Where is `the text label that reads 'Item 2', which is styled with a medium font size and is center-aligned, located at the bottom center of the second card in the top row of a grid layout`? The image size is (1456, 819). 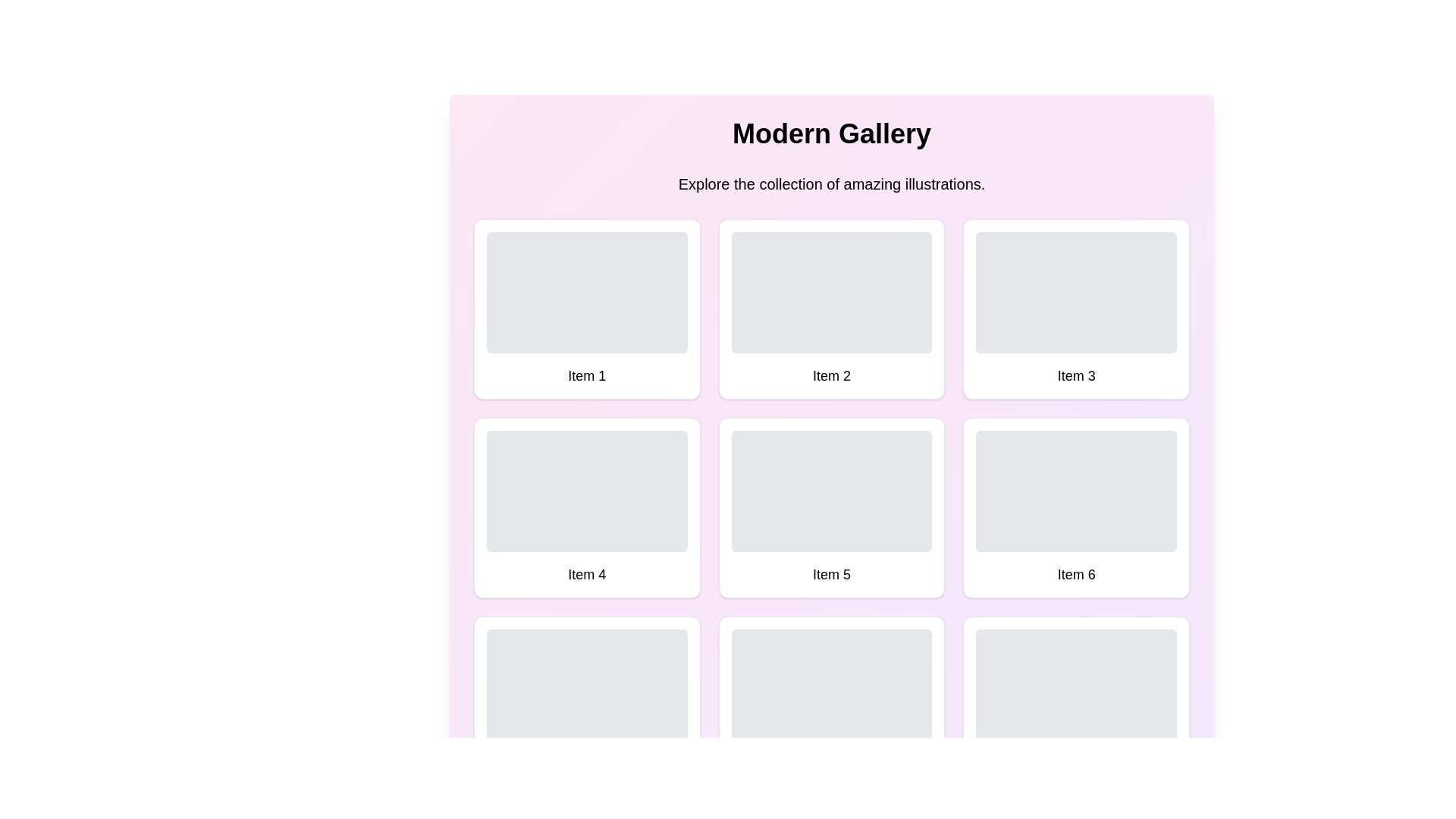
the text label that reads 'Item 2', which is styled with a medium font size and is center-aligned, located at the bottom center of the second card in the top row of a grid layout is located at coordinates (830, 375).